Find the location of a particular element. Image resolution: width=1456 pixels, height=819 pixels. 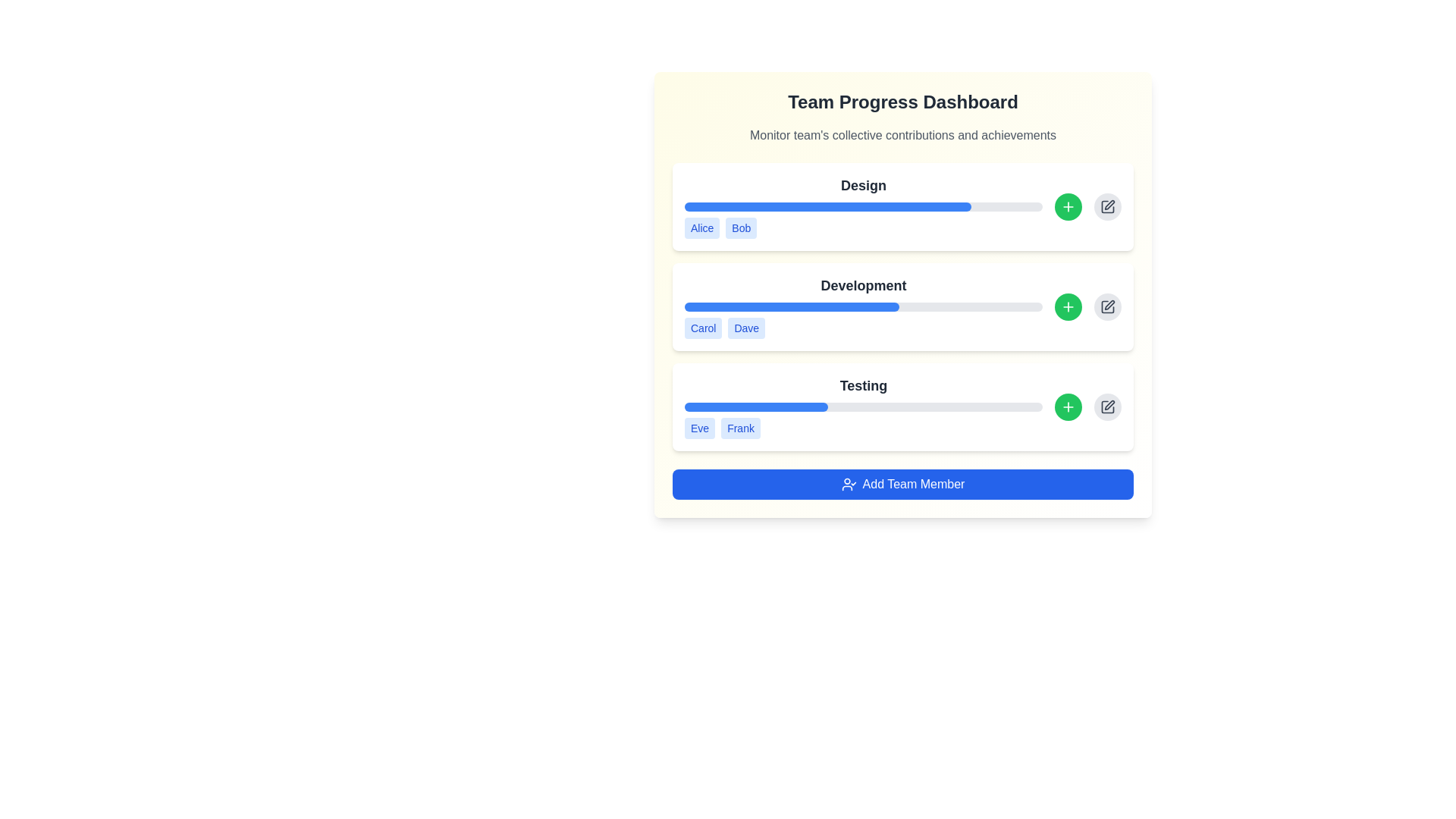

the pencil icon component representing an edit action located at the far right of the 'Development' section is located at coordinates (1109, 305).